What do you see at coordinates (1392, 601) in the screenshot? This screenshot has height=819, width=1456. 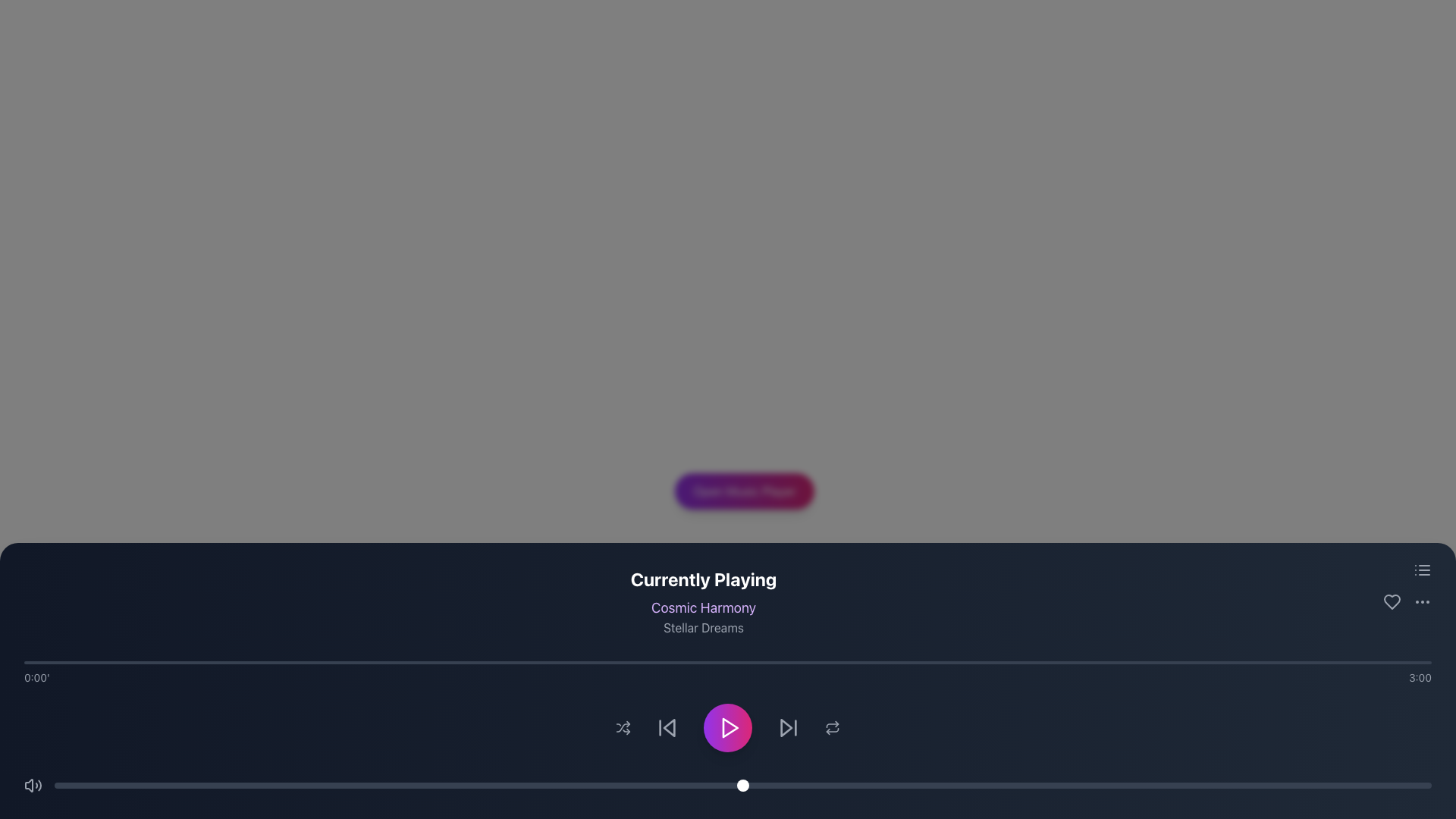 I see `the heart-shaped icon button in the media player's interface to mark or unmark the current media as a favorite` at bounding box center [1392, 601].